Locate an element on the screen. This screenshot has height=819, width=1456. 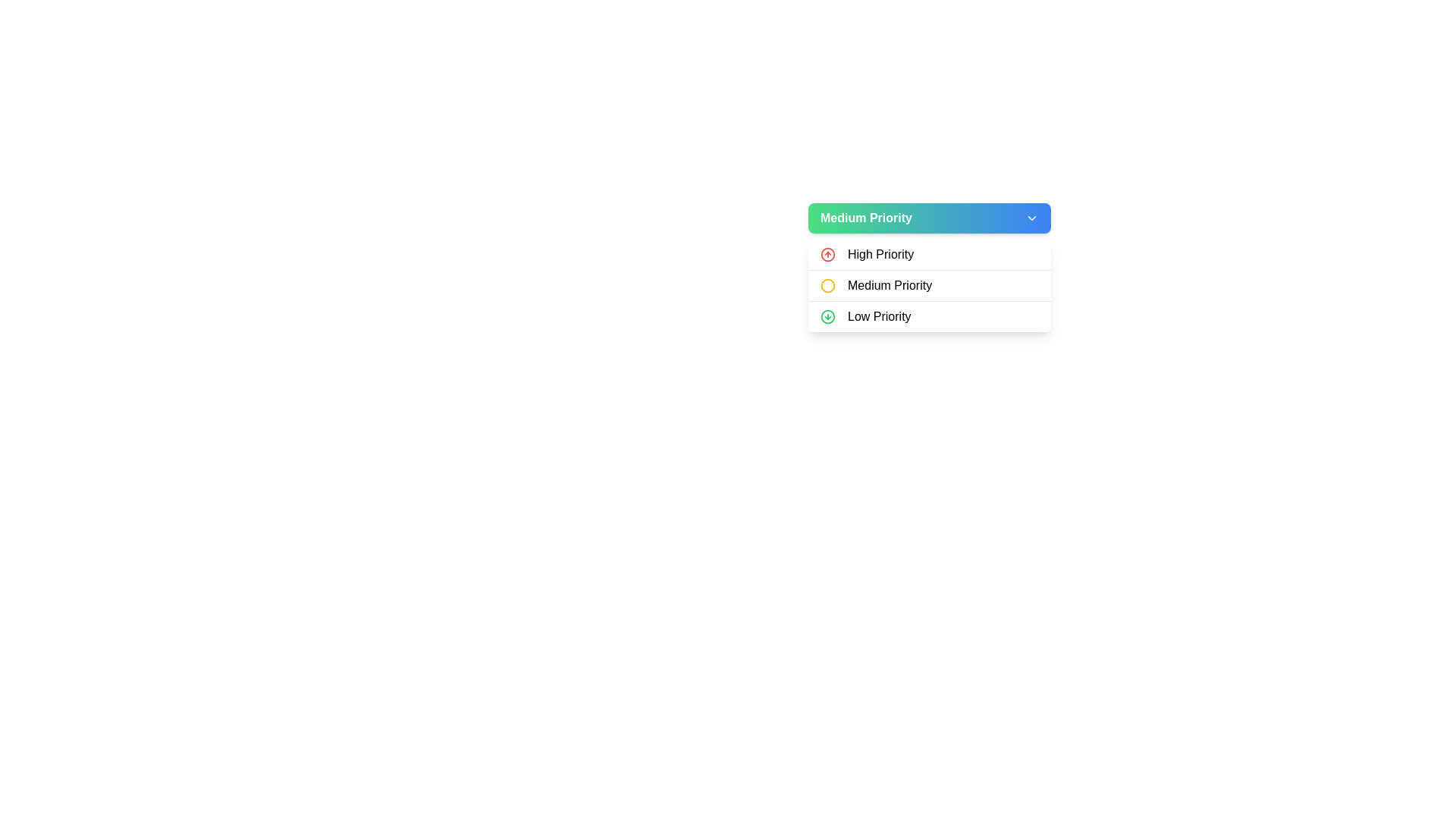
the 'High Priority' menu item in the dropdown to activate its hover effect is located at coordinates (928, 253).